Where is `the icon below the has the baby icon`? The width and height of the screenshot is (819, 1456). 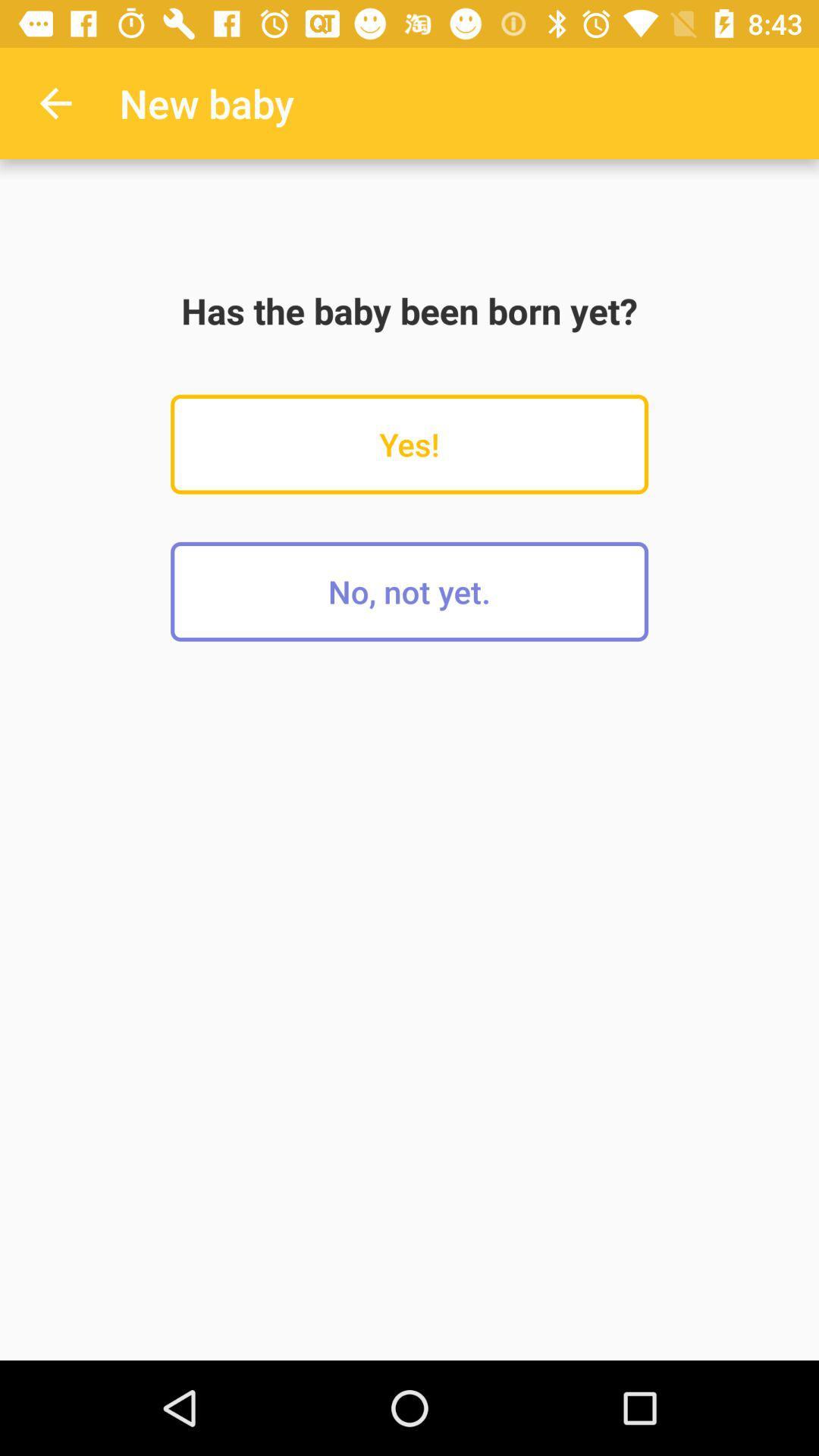 the icon below the has the baby icon is located at coordinates (409, 444).